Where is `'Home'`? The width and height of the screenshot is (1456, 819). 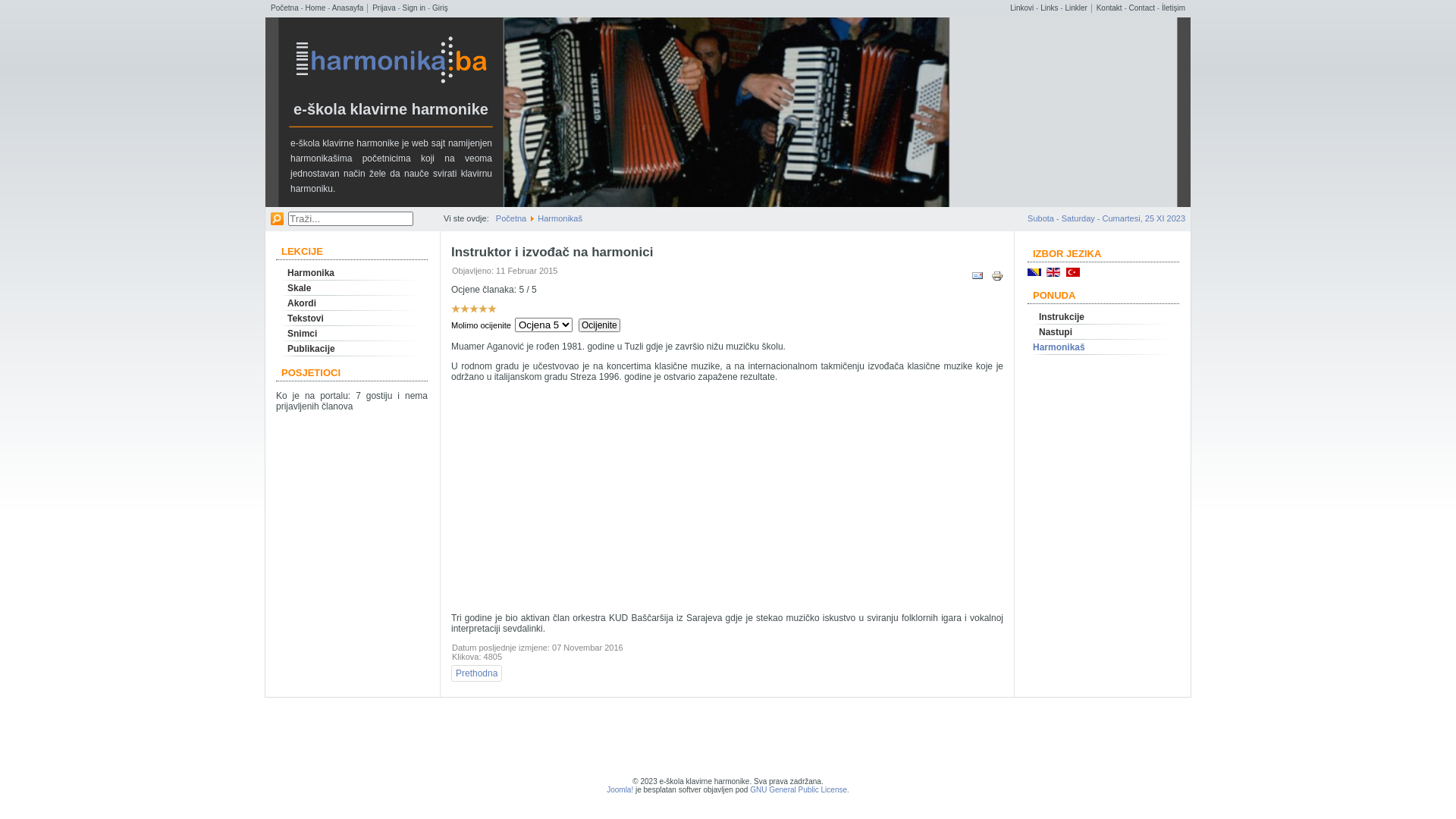 'Home' is located at coordinates (315, 8).